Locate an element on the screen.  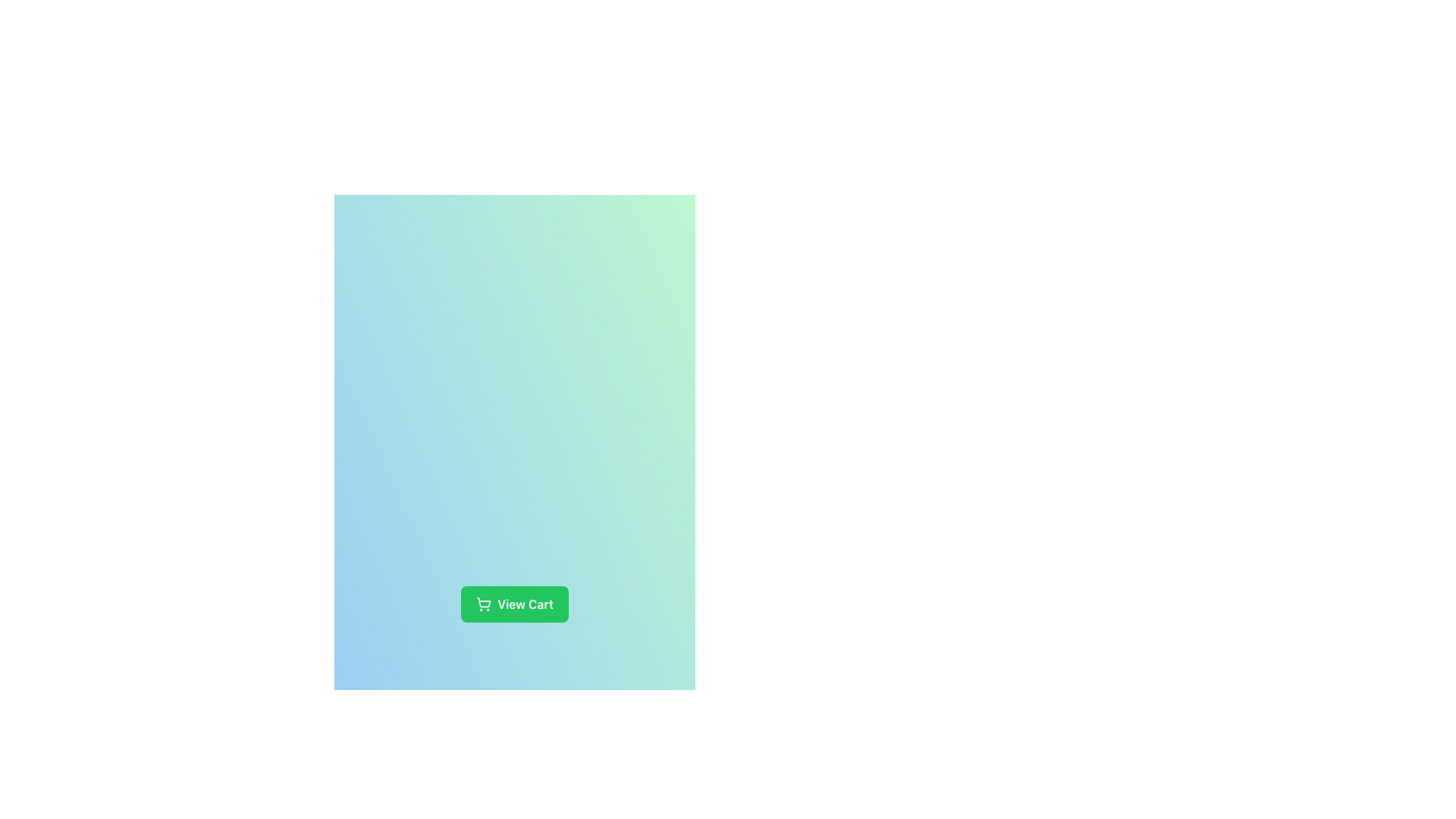
the green button labeled 'View Cart' that contains the shopping cart icon on its left side is located at coordinates (483, 604).